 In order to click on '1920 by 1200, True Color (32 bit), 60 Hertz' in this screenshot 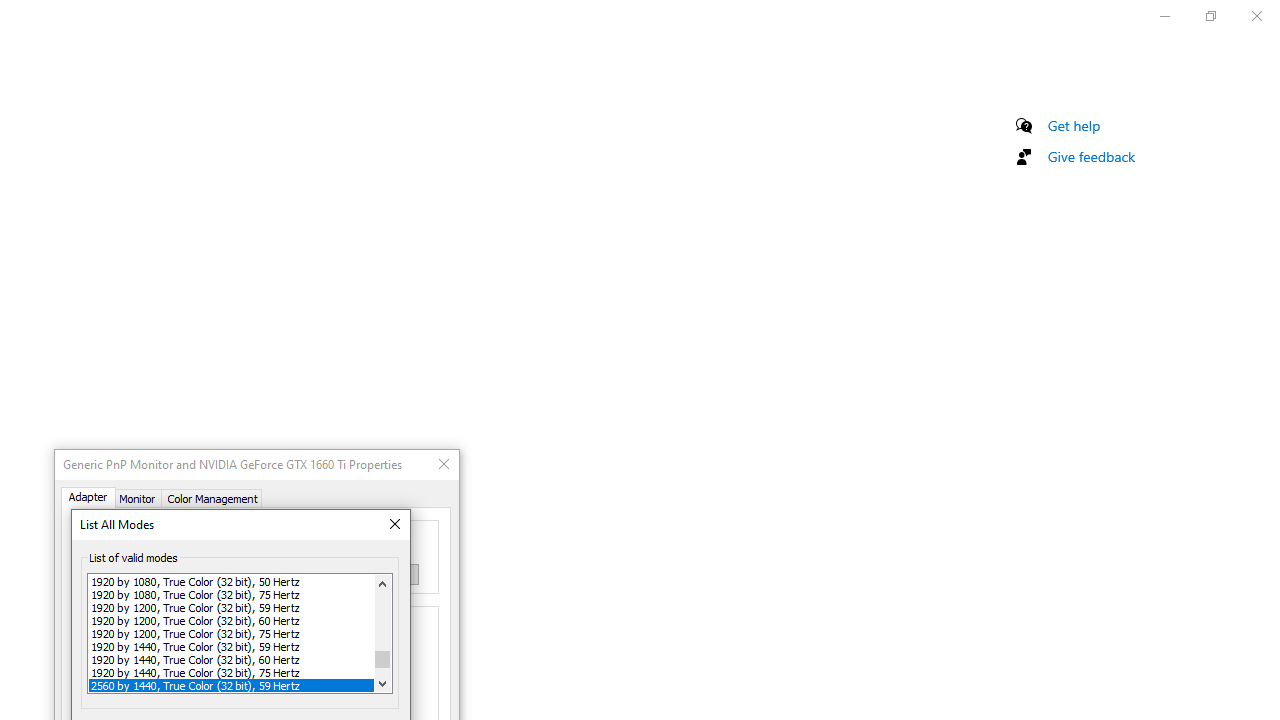, I will do `click(231, 619)`.